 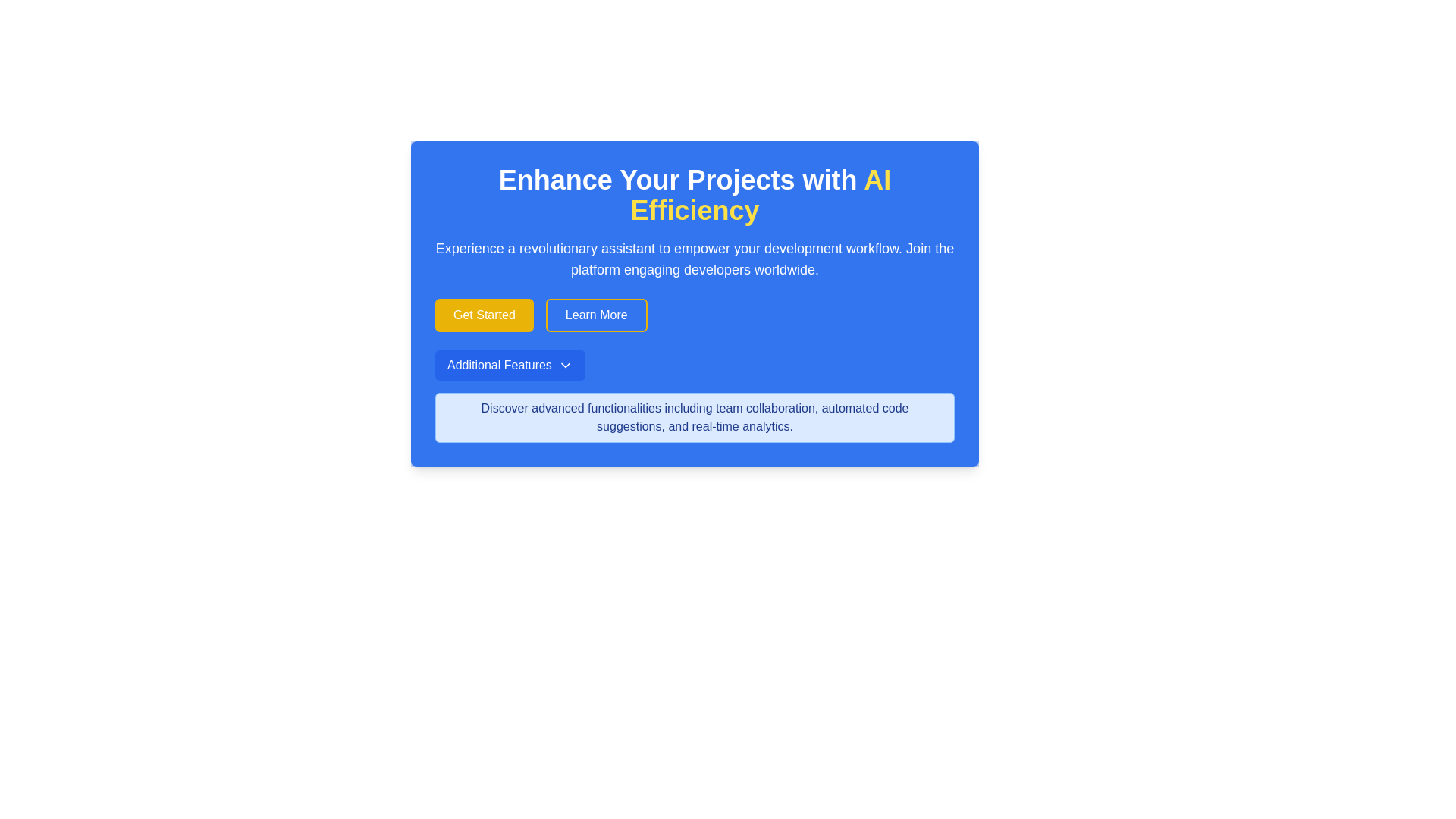 What do you see at coordinates (510, 366) in the screenshot?
I see `the 'Additional Features' interactive button with dropdown functionality` at bounding box center [510, 366].